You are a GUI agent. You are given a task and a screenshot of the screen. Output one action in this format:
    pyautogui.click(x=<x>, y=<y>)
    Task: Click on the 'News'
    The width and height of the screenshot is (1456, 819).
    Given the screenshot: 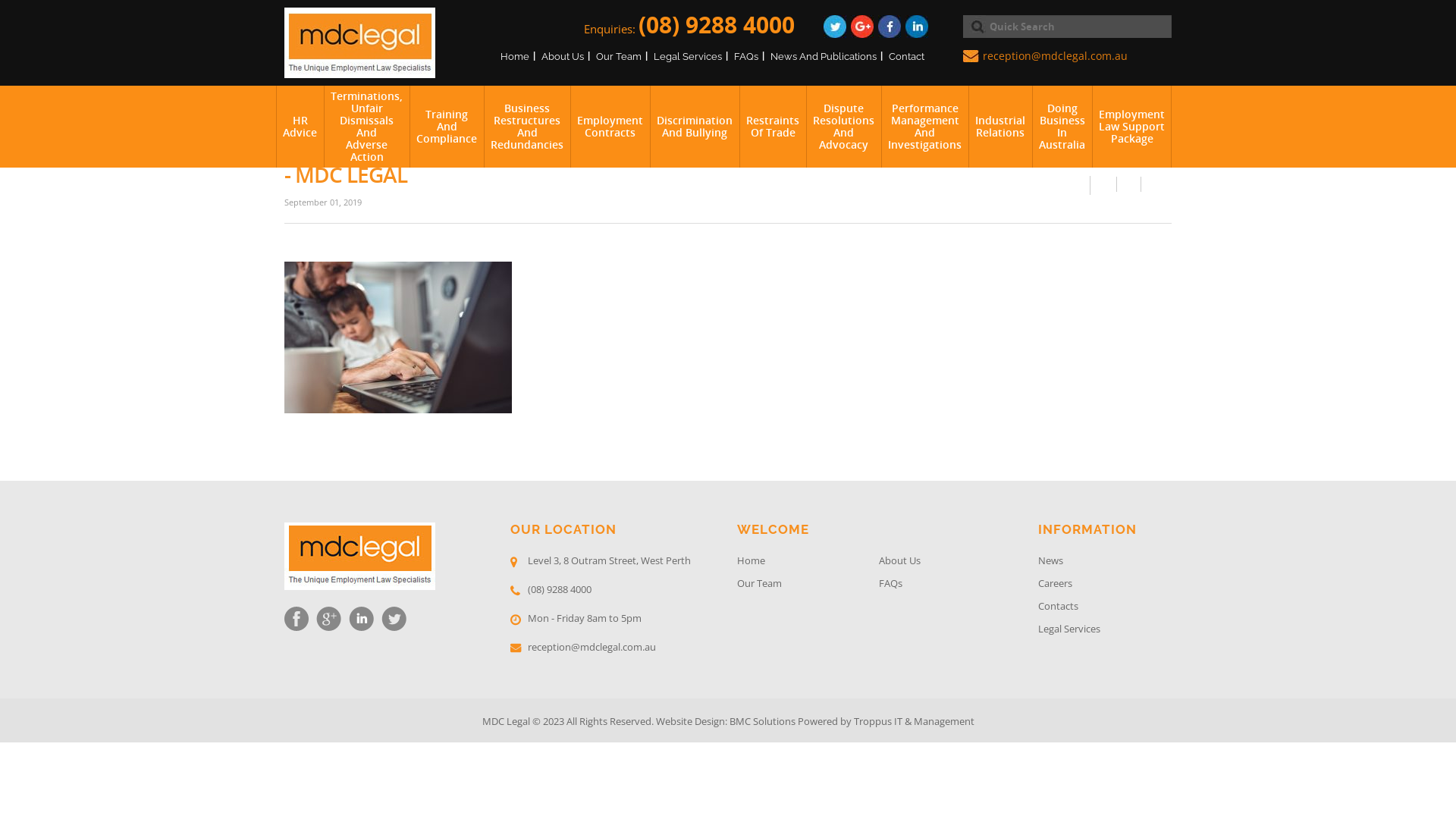 What is the action you would take?
    pyautogui.click(x=1037, y=562)
    